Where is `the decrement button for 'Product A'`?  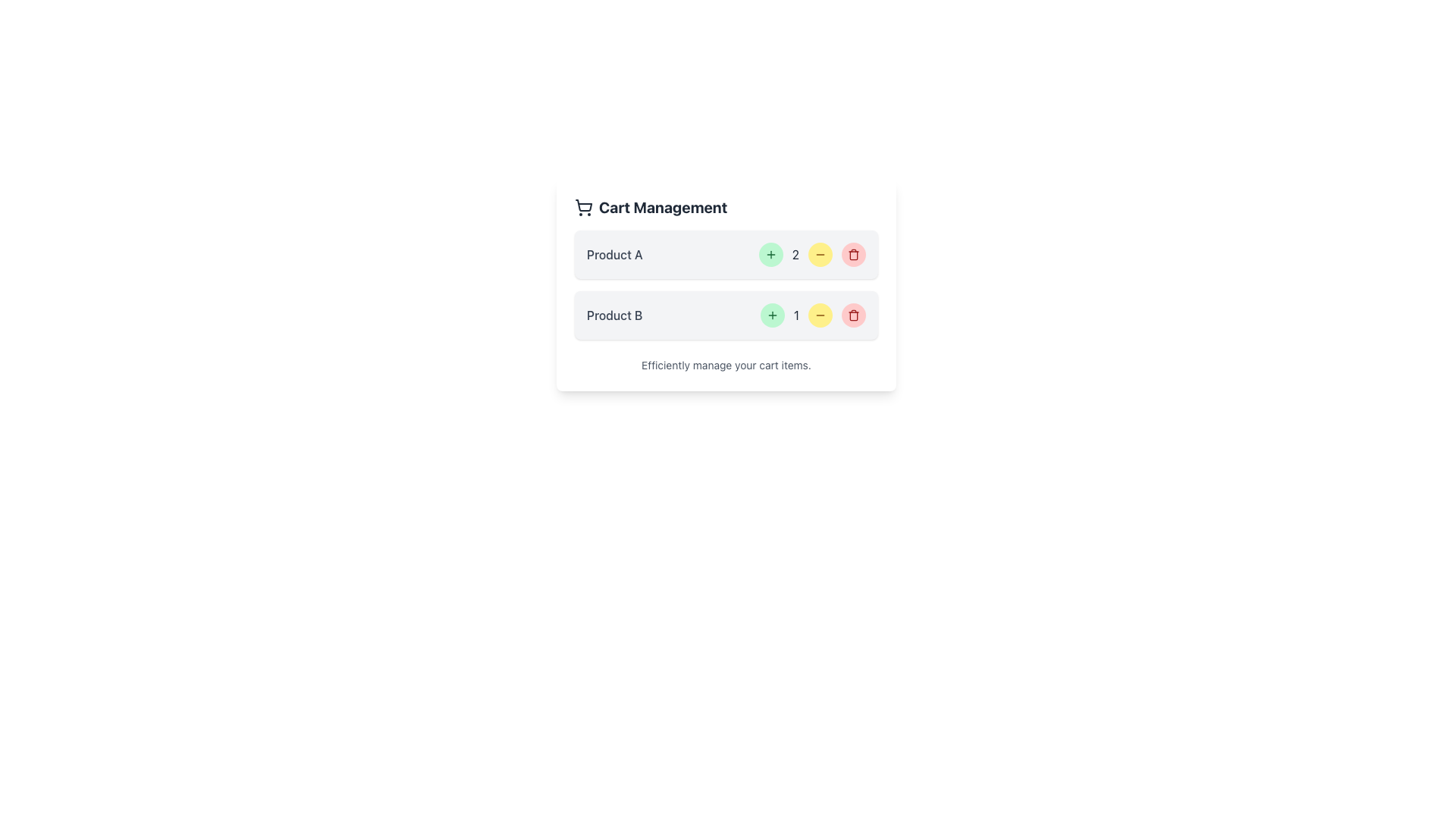 the decrement button for 'Product A' is located at coordinates (819, 253).